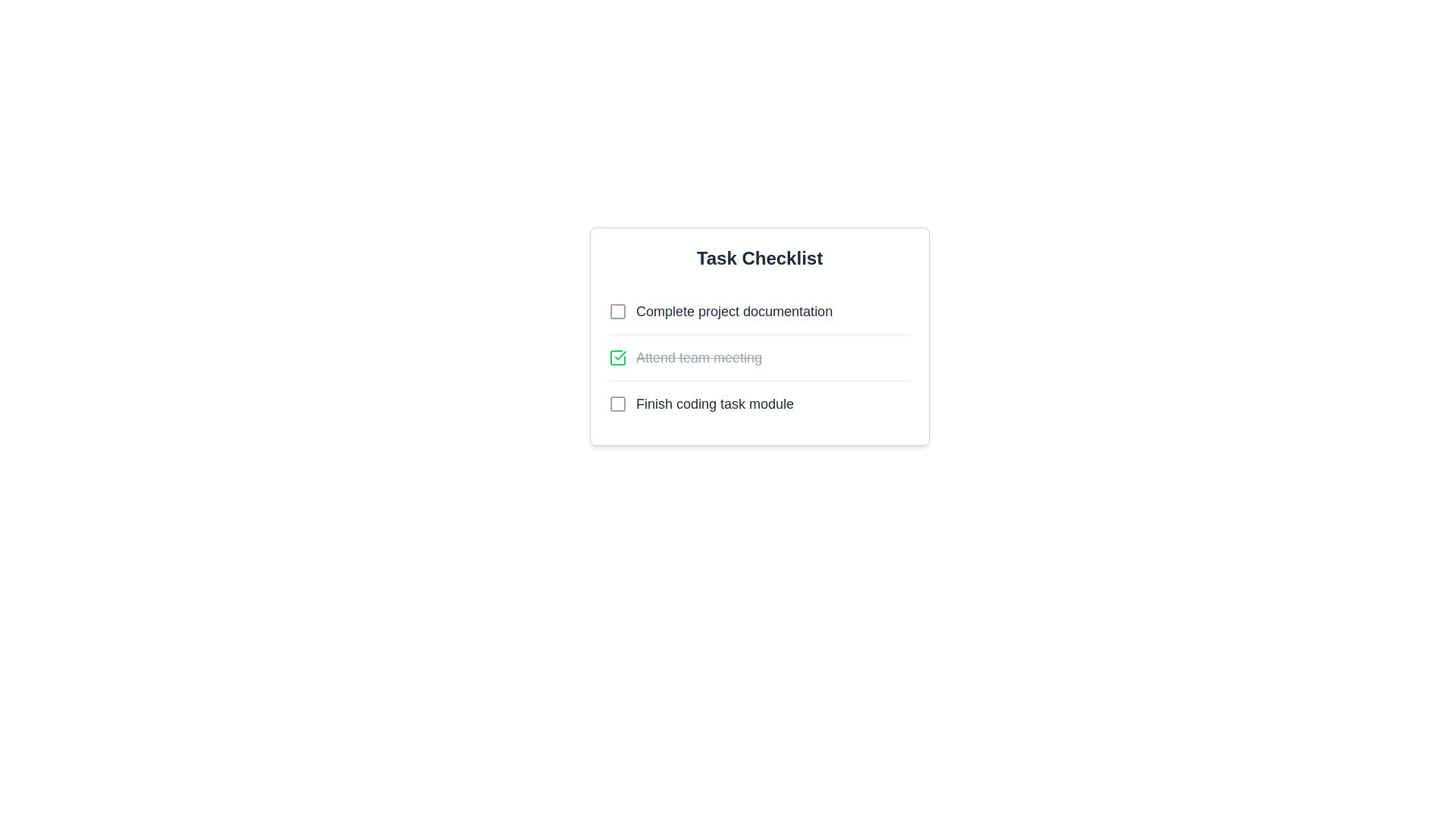  What do you see at coordinates (618, 311) in the screenshot?
I see `the interactive checkbox located under the 'Task Checklist' header` at bounding box center [618, 311].